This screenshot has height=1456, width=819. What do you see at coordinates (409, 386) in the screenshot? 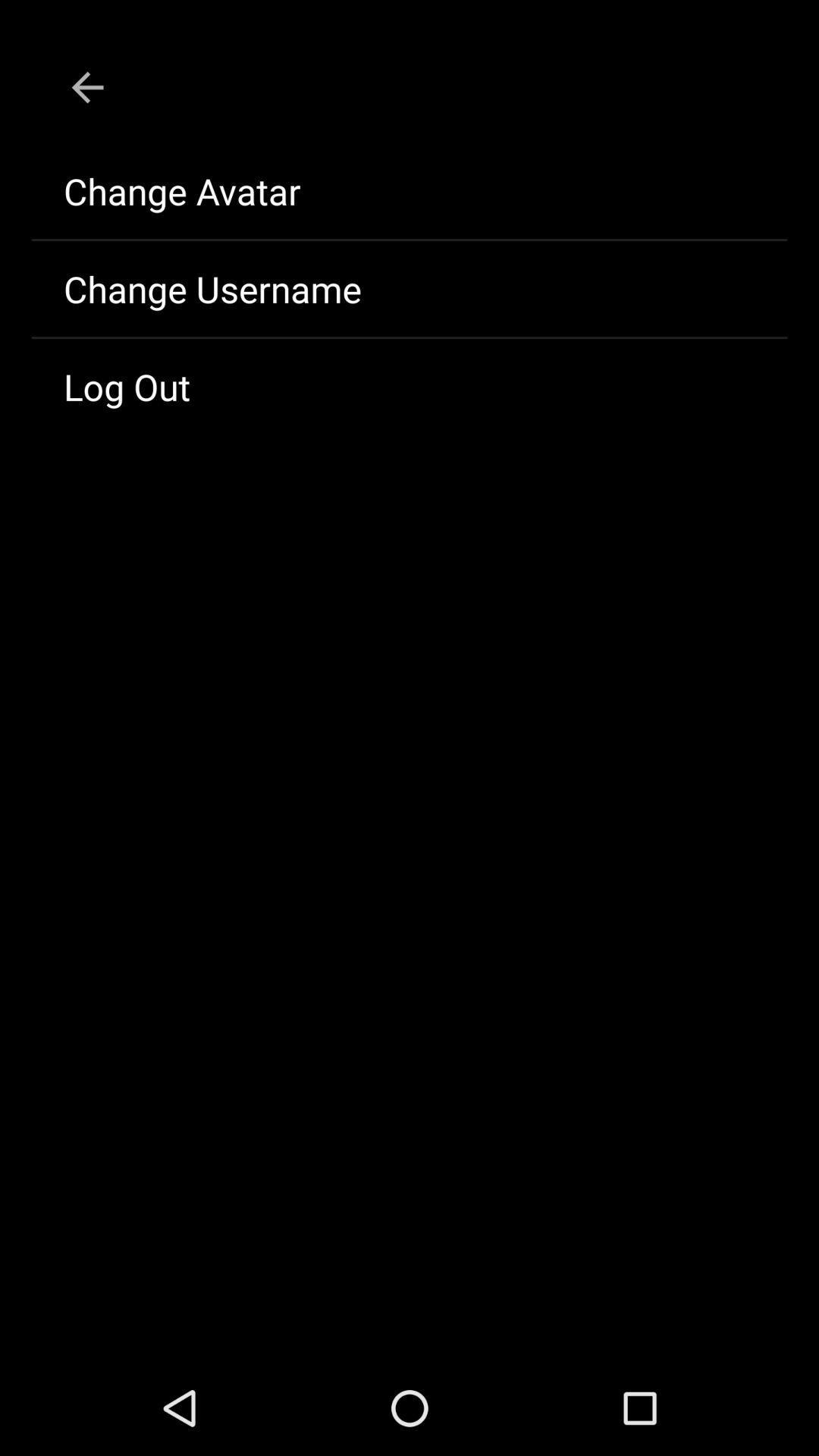
I see `log out` at bounding box center [409, 386].